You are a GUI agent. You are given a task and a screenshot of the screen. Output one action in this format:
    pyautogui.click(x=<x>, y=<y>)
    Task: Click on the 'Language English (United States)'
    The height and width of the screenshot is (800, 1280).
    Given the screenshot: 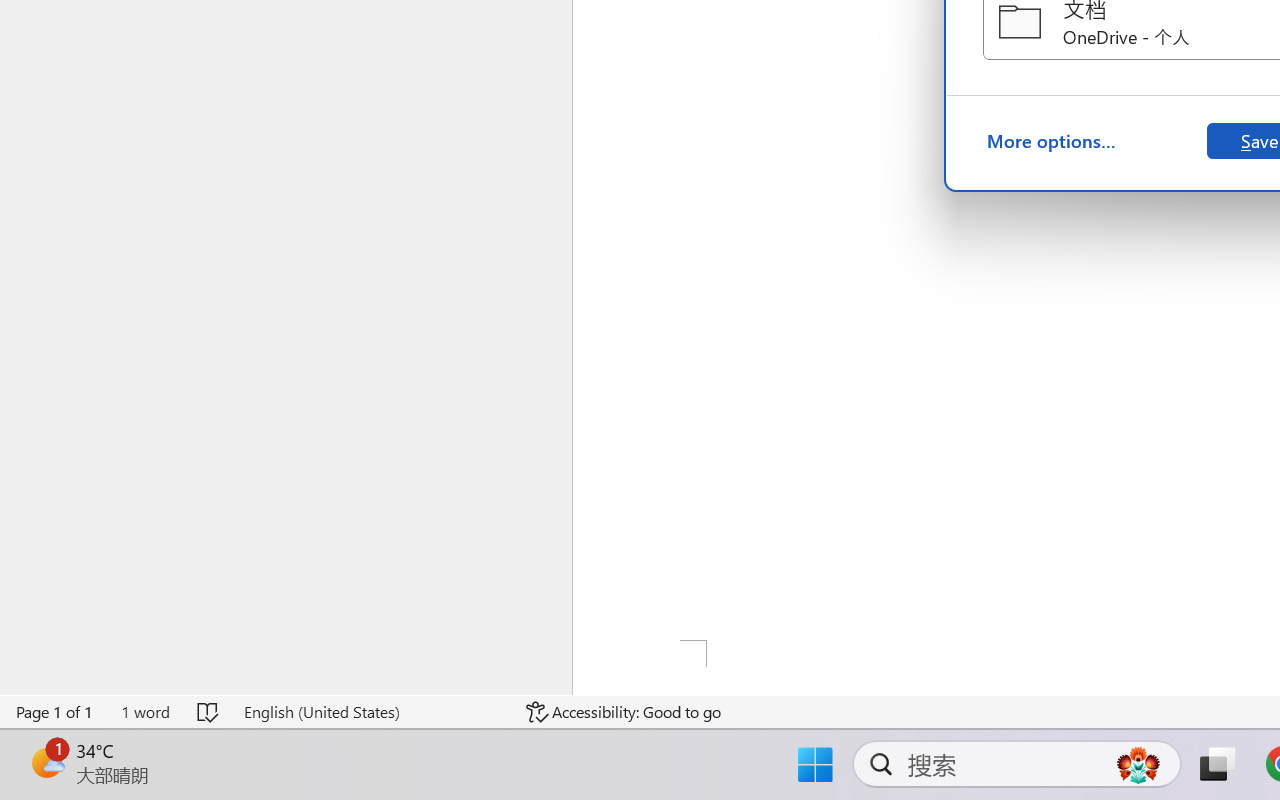 What is the action you would take?
    pyautogui.click(x=371, y=711)
    